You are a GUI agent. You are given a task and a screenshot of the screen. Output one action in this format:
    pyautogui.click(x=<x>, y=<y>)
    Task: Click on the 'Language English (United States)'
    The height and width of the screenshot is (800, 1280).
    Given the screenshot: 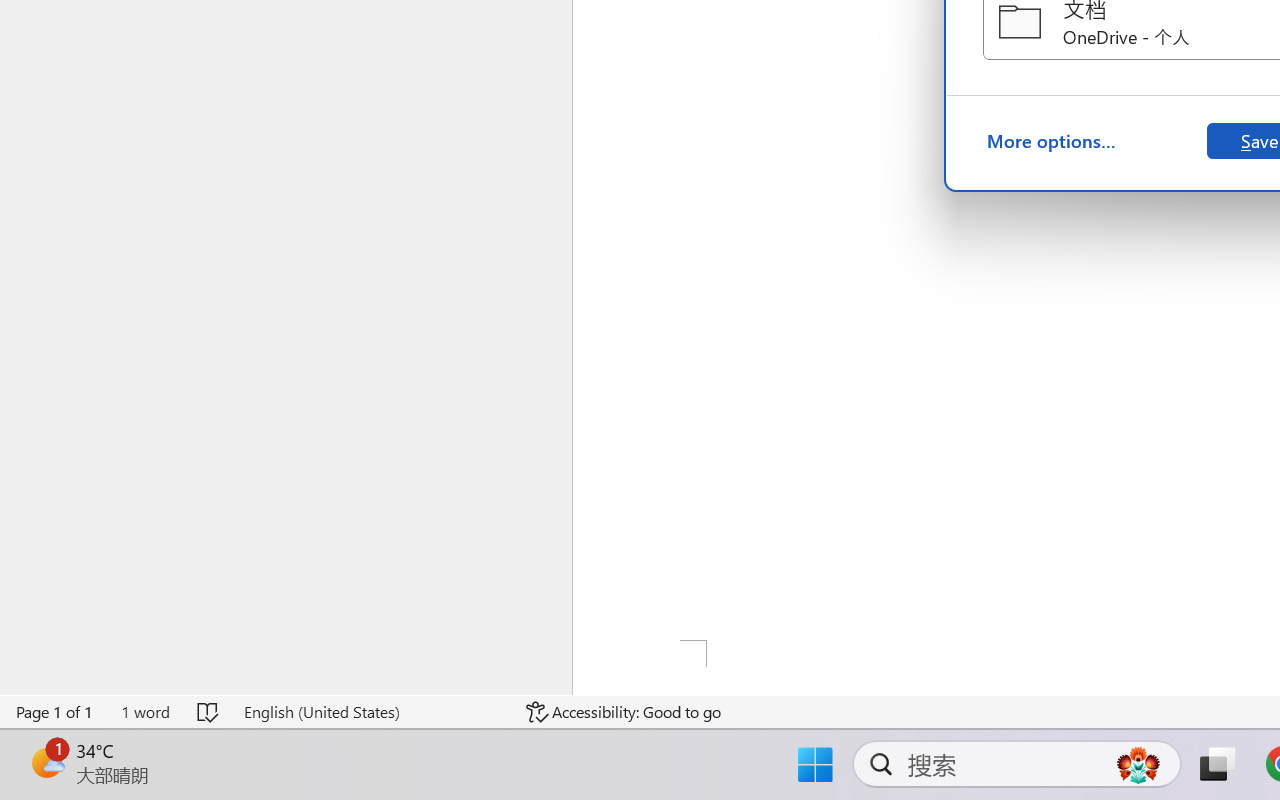 What is the action you would take?
    pyautogui.click(x=371, y=711)
    